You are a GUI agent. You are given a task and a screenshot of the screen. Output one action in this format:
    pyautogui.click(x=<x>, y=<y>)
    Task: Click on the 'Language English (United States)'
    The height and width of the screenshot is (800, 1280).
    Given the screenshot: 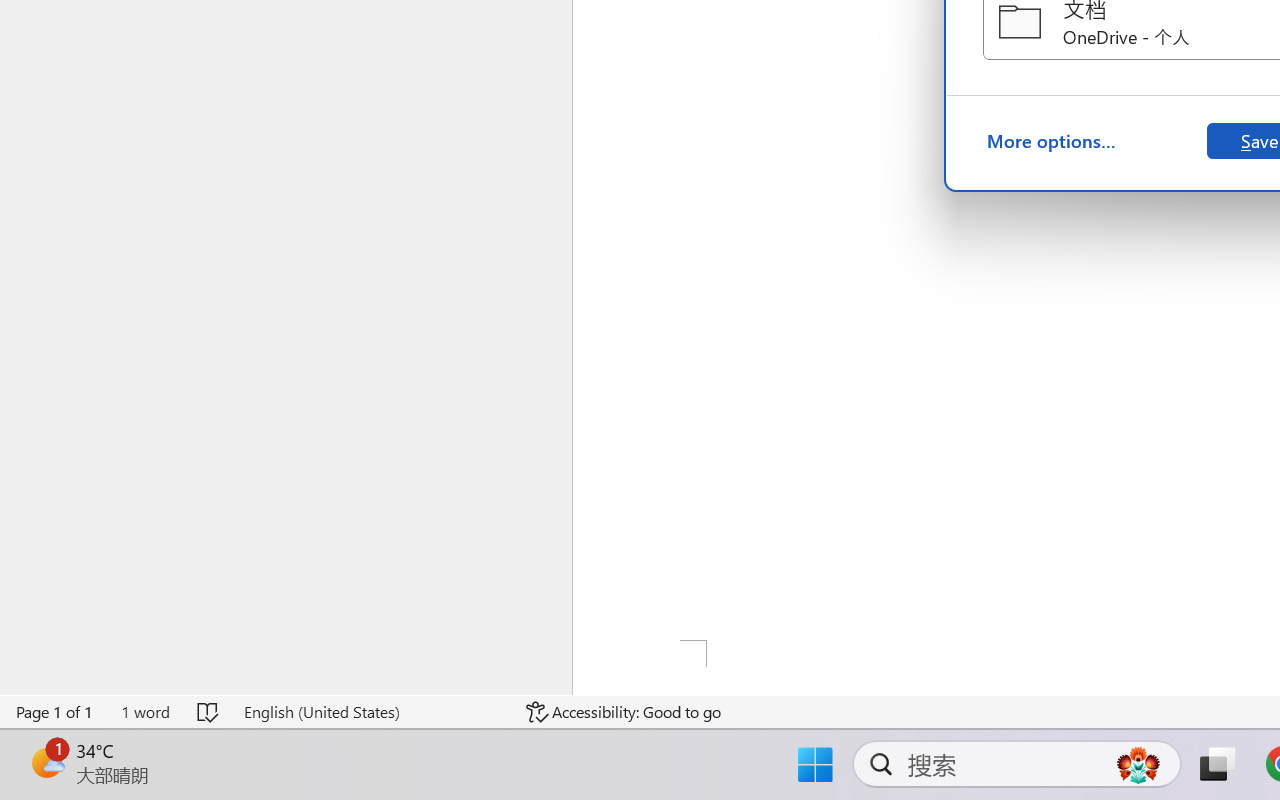 What is the action you would take?
    pyautogui.click(x=371, y=711)
    